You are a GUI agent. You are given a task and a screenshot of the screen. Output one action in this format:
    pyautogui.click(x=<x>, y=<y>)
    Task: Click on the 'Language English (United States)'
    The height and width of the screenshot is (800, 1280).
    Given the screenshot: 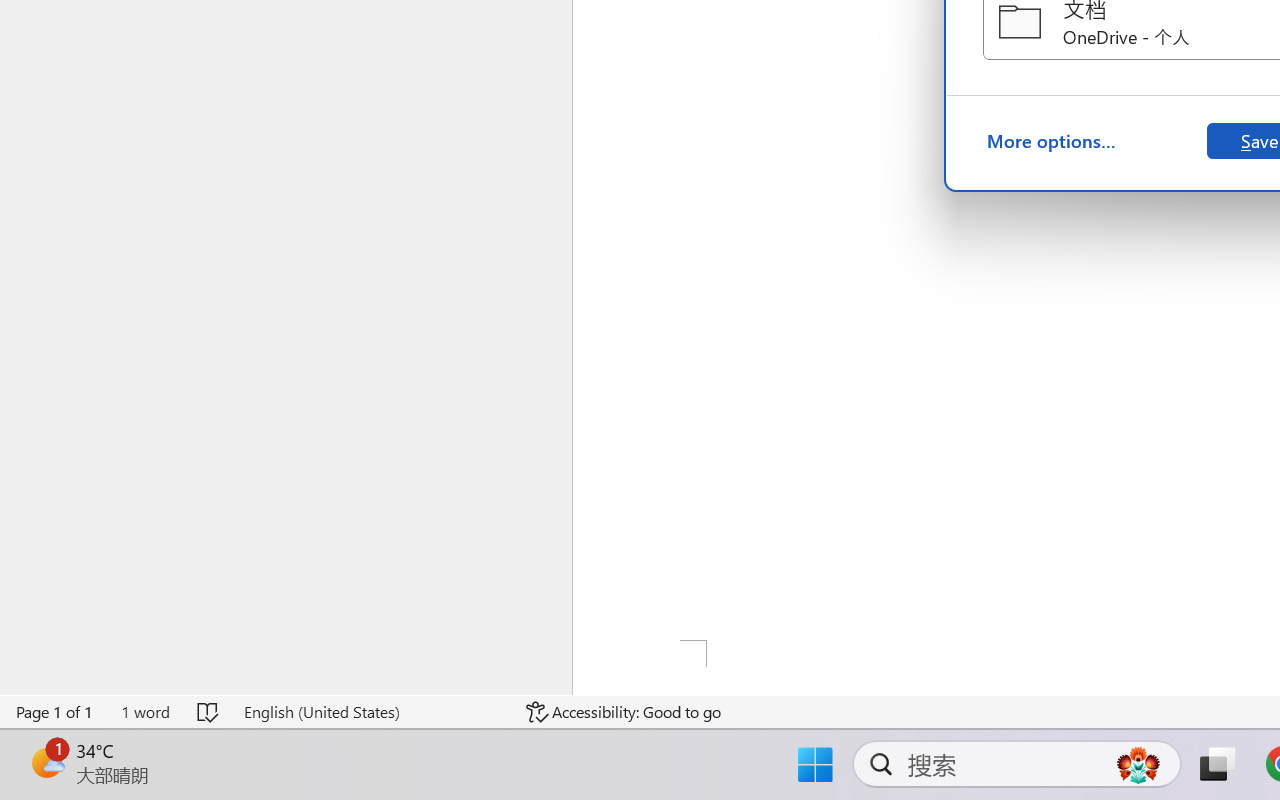 What is the action you would take?
    pyautogui.click(x=371, y=711)
    